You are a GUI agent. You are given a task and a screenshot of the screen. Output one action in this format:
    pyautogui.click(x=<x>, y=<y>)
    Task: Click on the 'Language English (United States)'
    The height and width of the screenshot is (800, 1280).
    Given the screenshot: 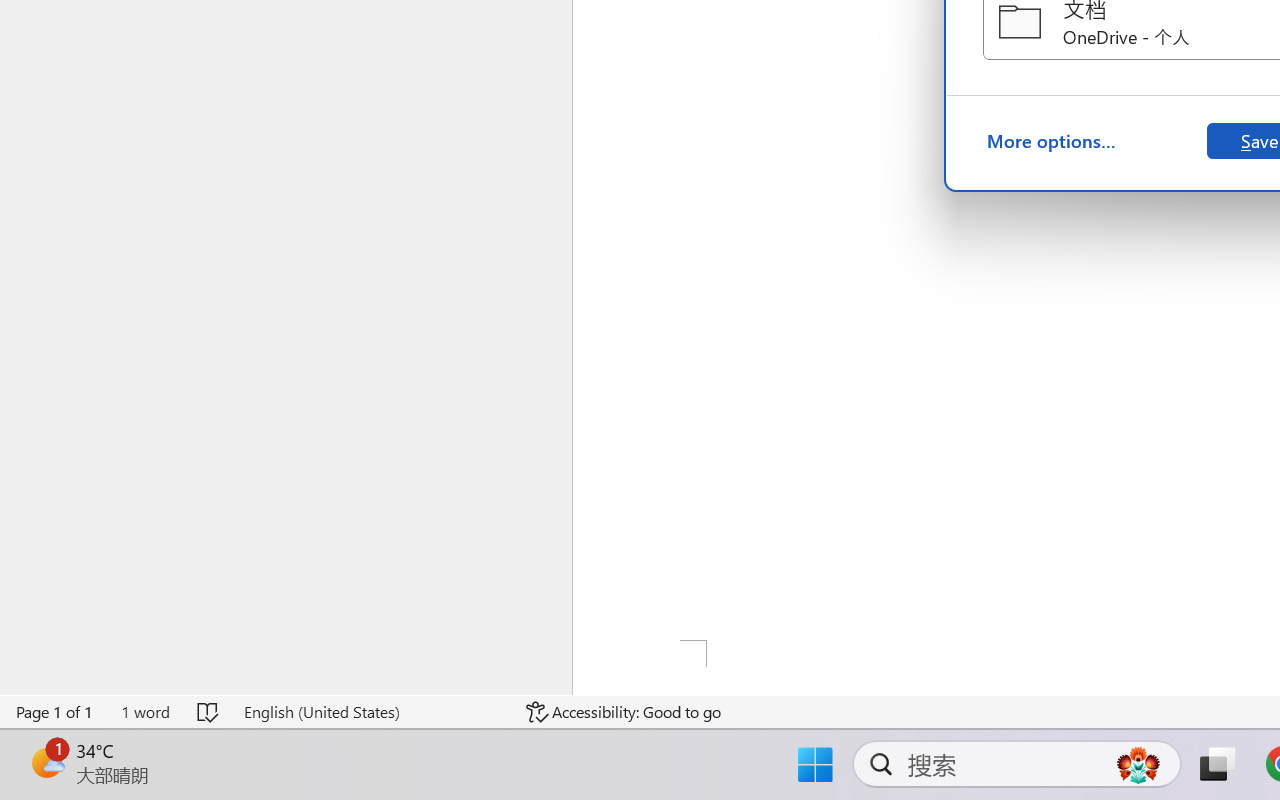 What is the action you would take?
    pyautogui.click(x=371, y=711)
    